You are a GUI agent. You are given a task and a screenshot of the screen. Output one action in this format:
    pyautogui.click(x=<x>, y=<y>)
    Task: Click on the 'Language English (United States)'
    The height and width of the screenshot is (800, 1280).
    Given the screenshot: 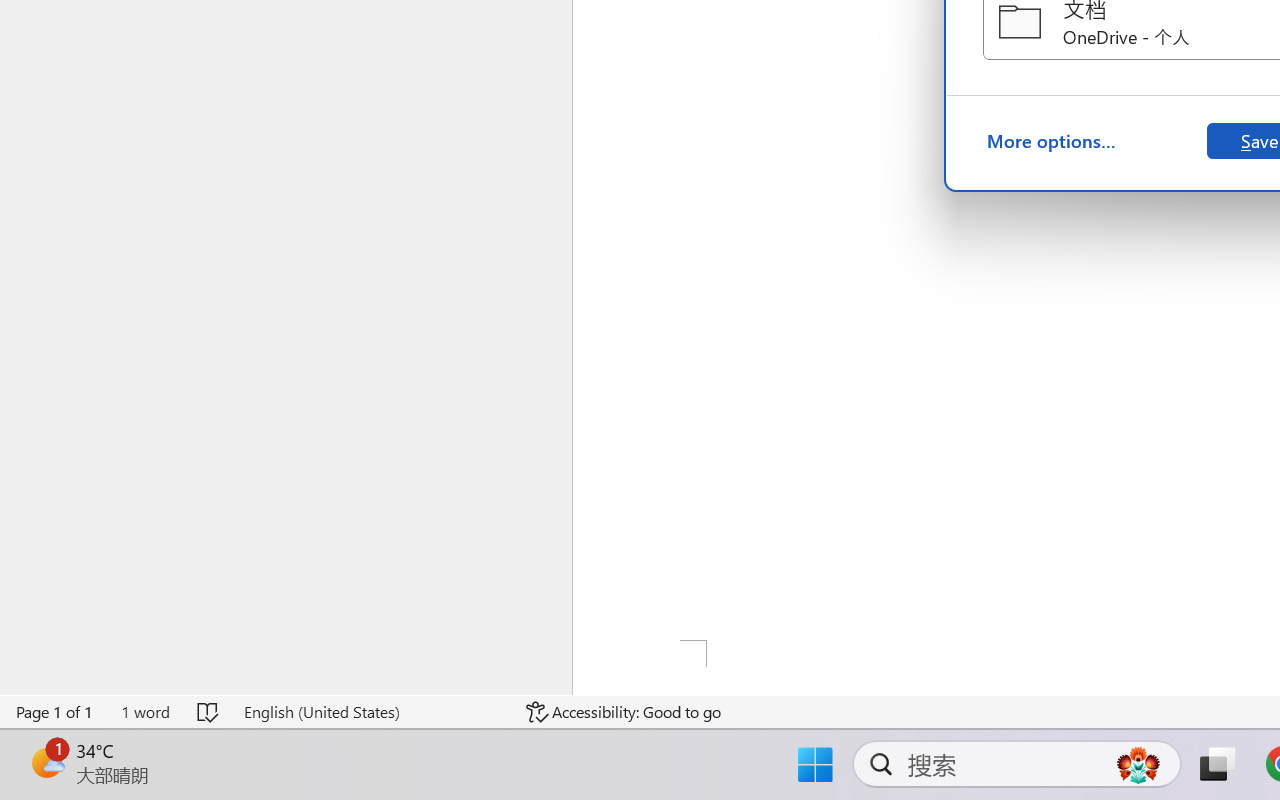 What is the action you would take?
    pyautogui.click(x=371, y=711)
    